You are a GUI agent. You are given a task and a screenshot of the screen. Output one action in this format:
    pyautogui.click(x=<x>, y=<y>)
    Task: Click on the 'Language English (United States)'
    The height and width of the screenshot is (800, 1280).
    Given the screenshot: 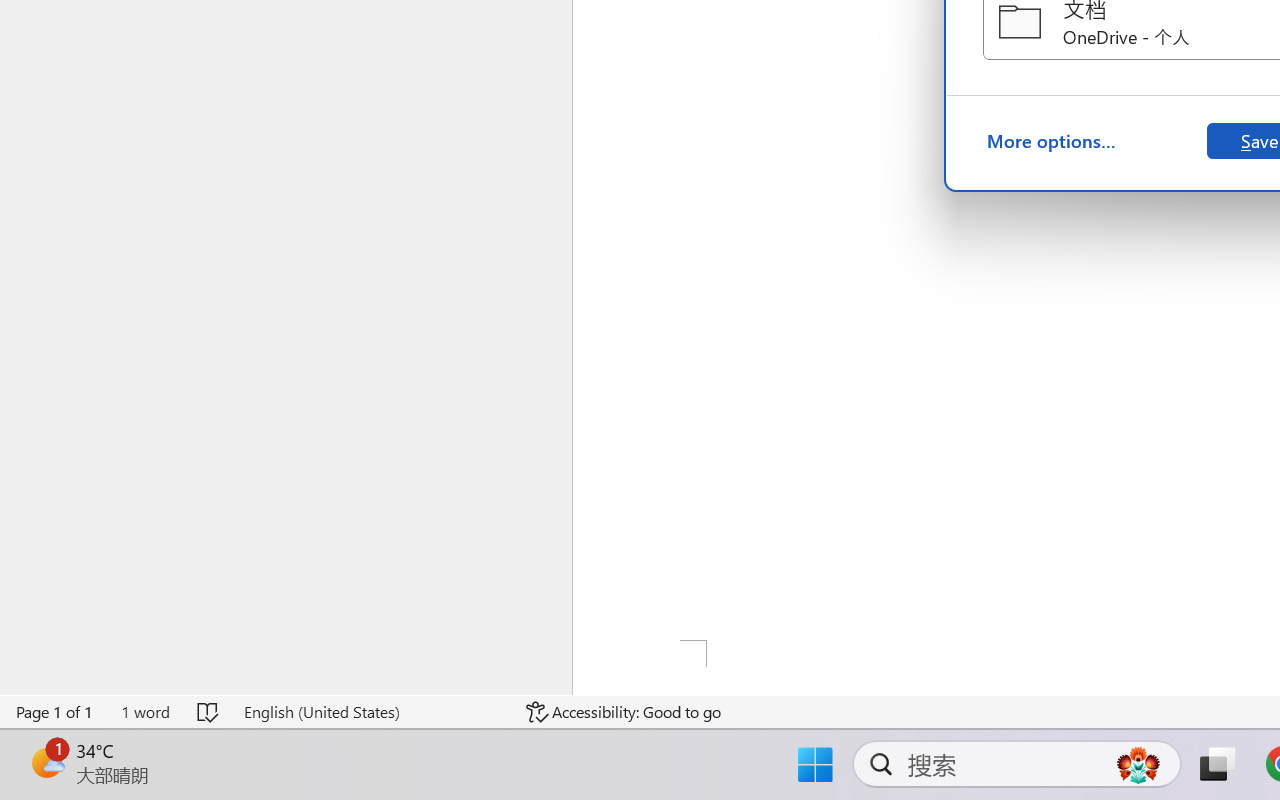 What is the action you would take?
    pyautogui.click(x=371, y=711)
    